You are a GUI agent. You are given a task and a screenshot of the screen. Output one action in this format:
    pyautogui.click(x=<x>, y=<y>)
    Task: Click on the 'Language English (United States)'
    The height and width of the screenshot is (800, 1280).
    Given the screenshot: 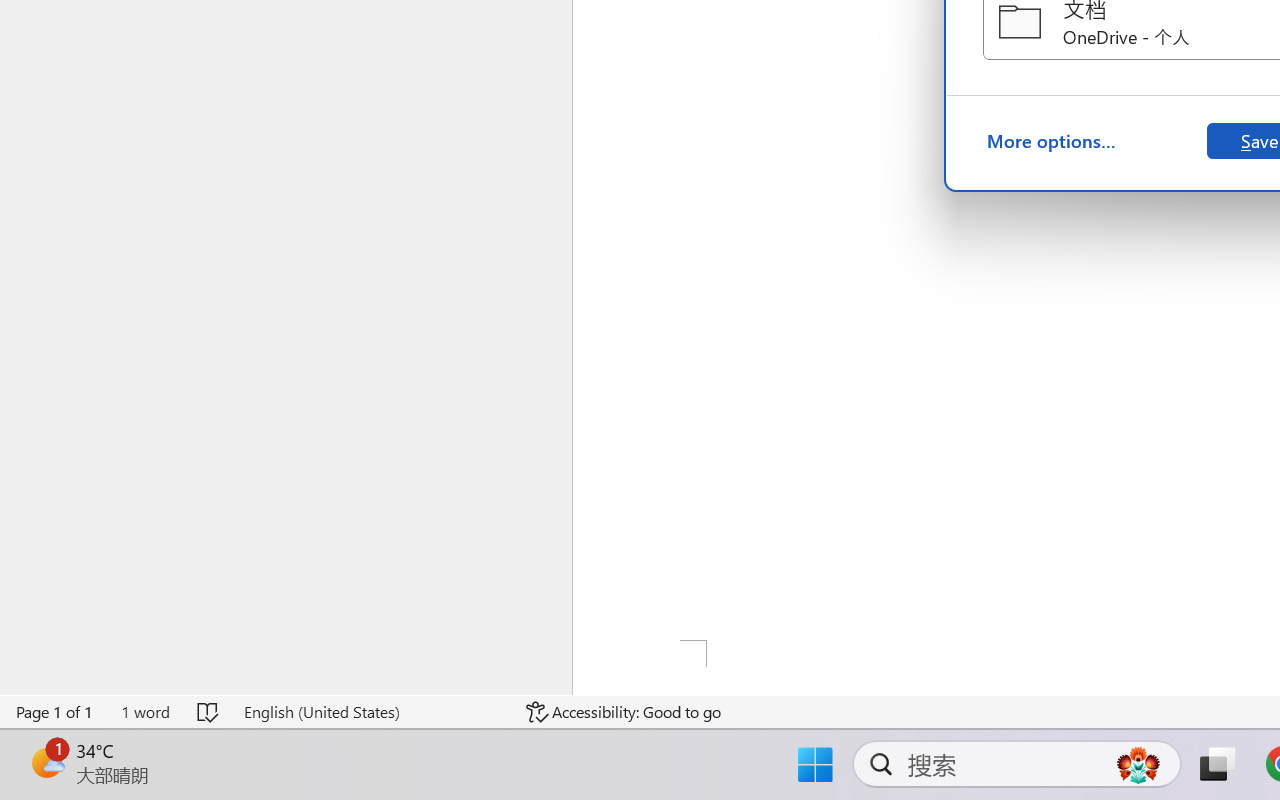 What is the action you would take?
    pyautogui.click(x=371, y=711)
    